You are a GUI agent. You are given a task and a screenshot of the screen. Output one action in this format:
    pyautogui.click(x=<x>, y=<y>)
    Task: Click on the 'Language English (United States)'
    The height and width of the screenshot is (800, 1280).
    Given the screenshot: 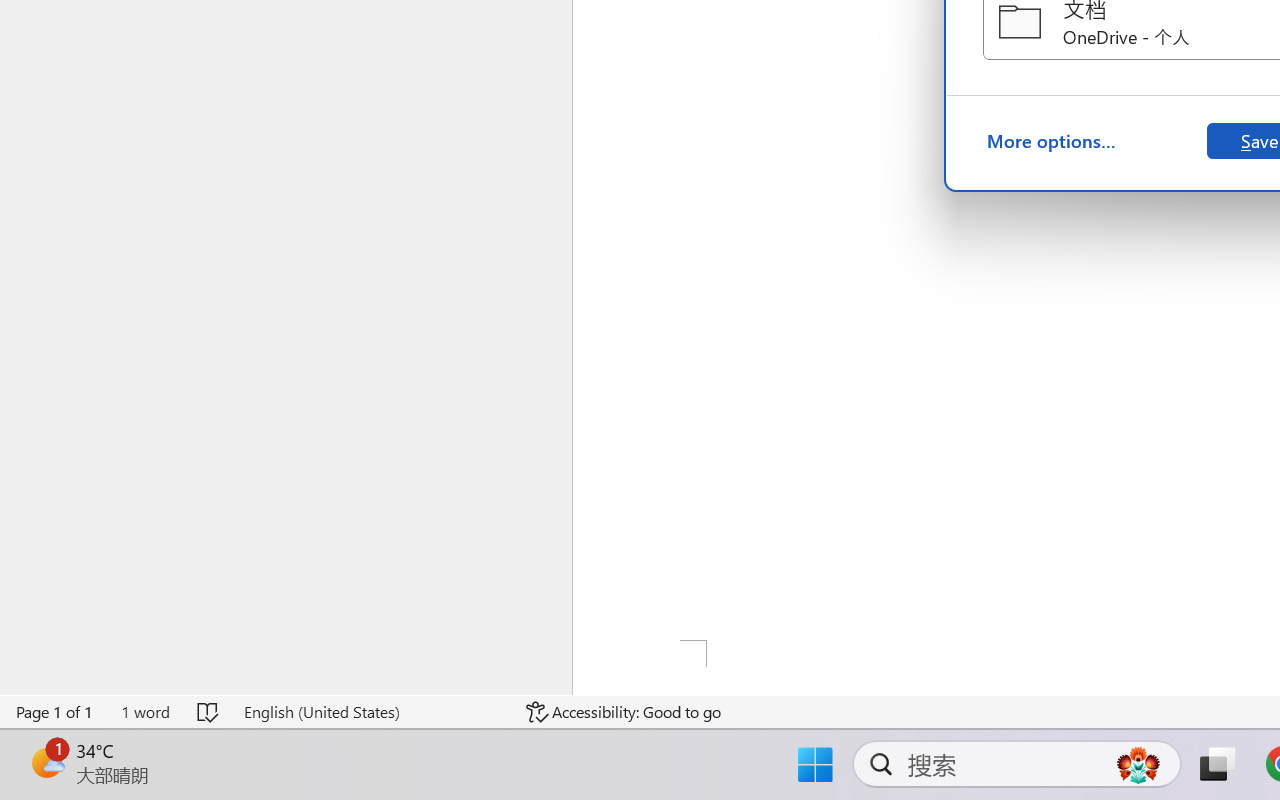 What is the action you would take?
    pyautogui.click(x=371, y=711)
    